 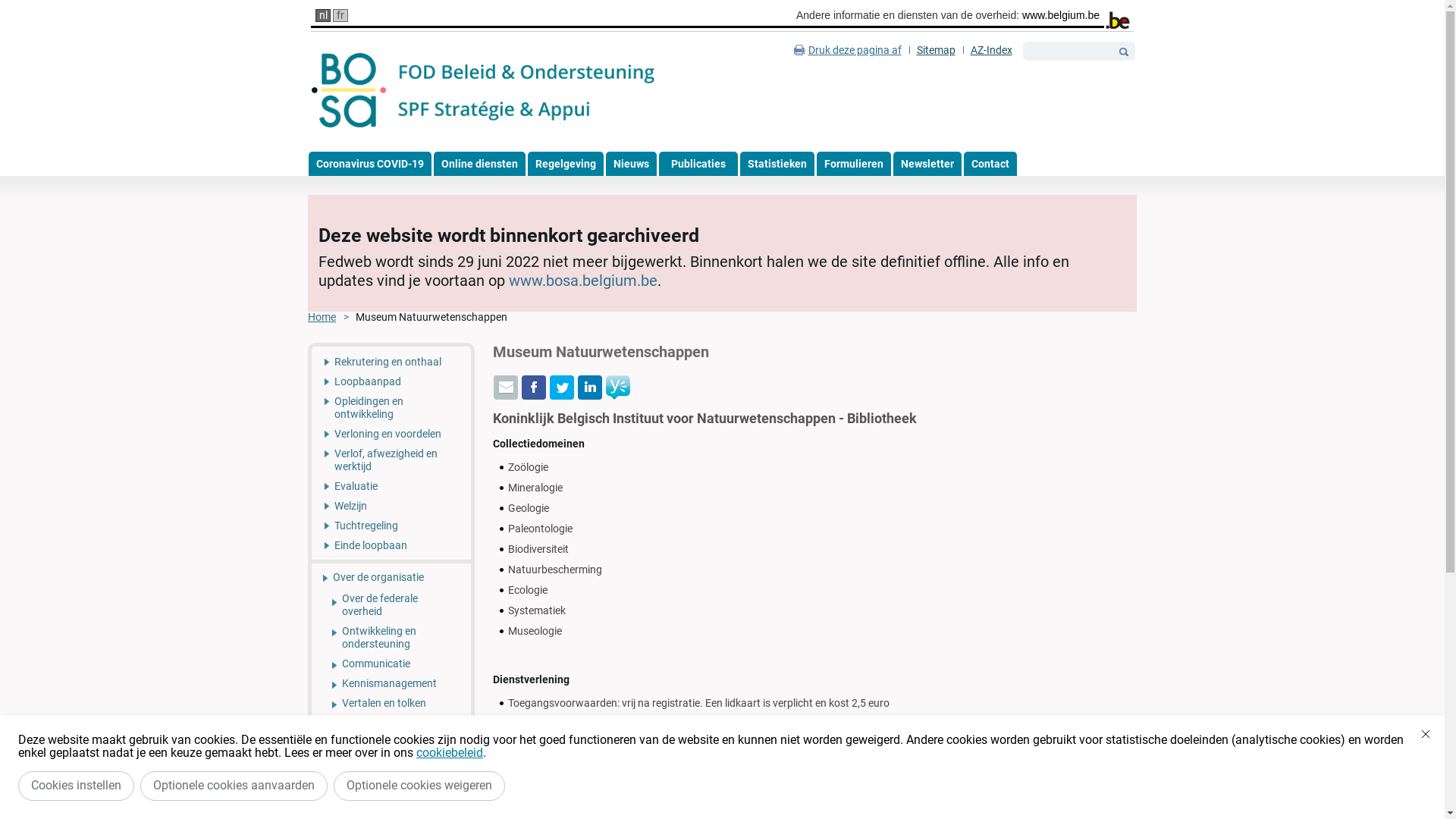 What do you see at coordinates (311, 663) in the screenshot?
I see `'Communicatie'` at bounding box center [311, 663].